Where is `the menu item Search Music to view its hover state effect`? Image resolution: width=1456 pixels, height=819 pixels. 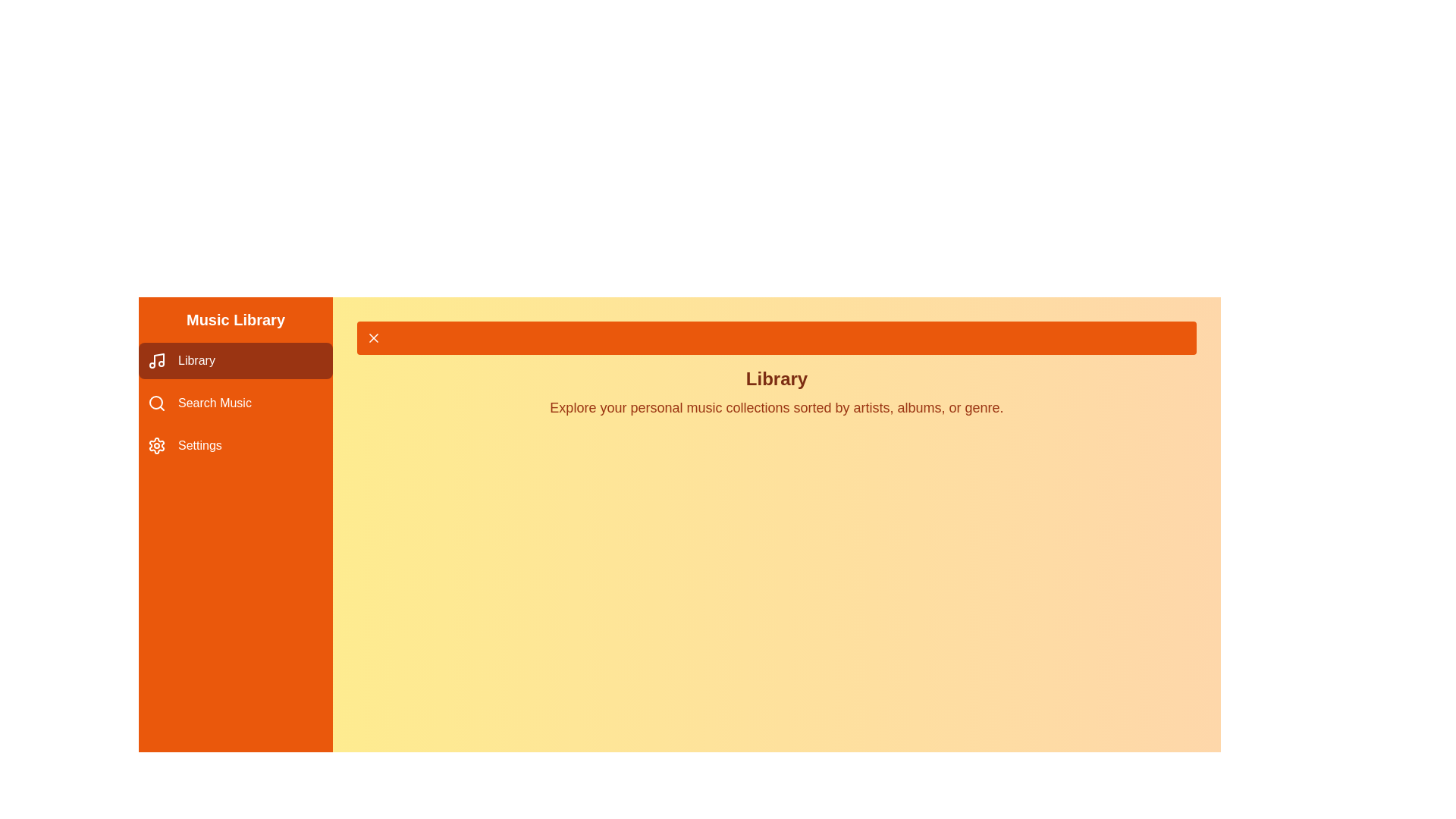
the menu item Search Music to view its hover state effect is located at coordinates (235, 403).